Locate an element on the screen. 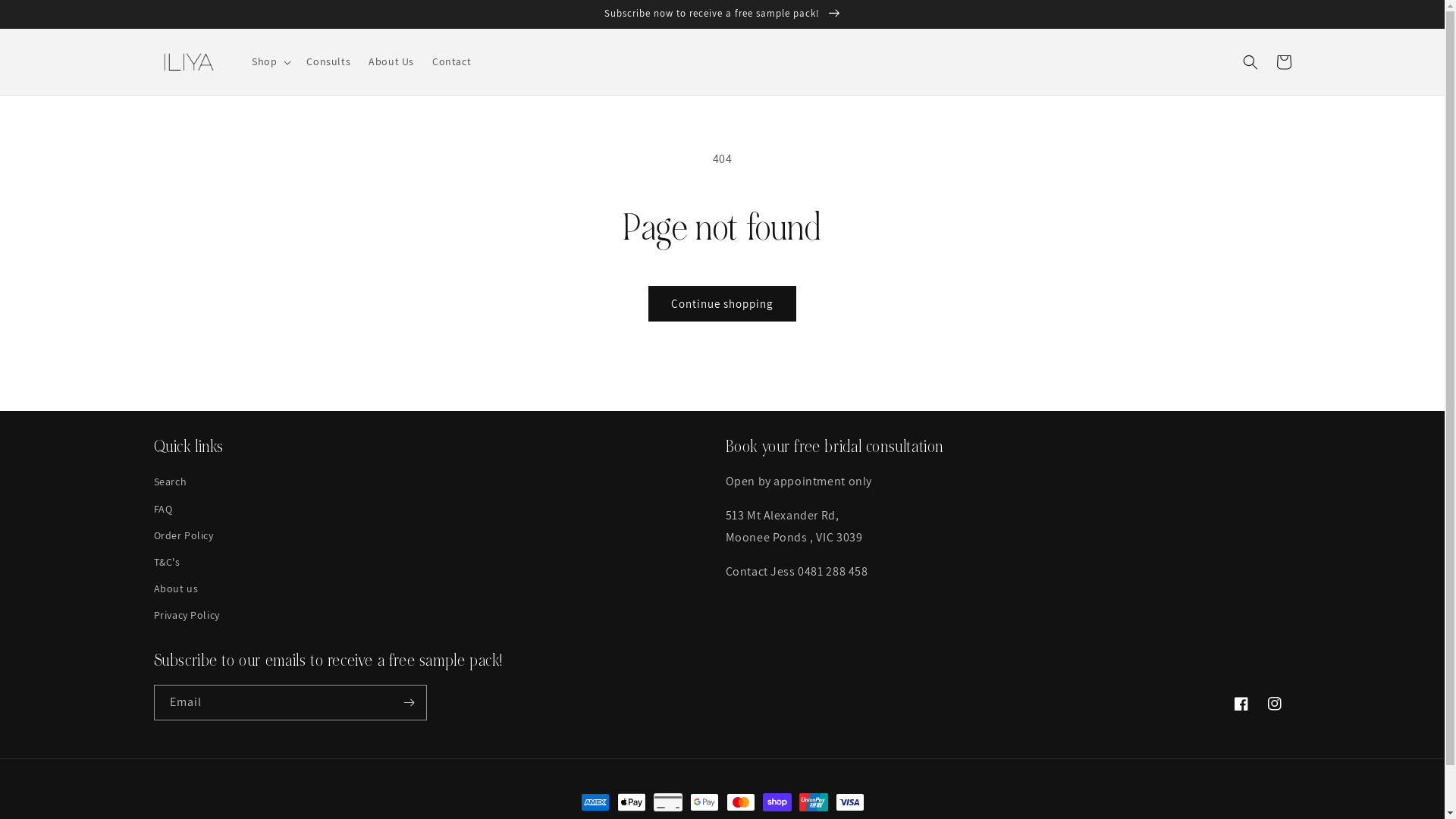 This screenshot has width=1456, height=819. 'T&C's' is located at coordinates (166, 562).